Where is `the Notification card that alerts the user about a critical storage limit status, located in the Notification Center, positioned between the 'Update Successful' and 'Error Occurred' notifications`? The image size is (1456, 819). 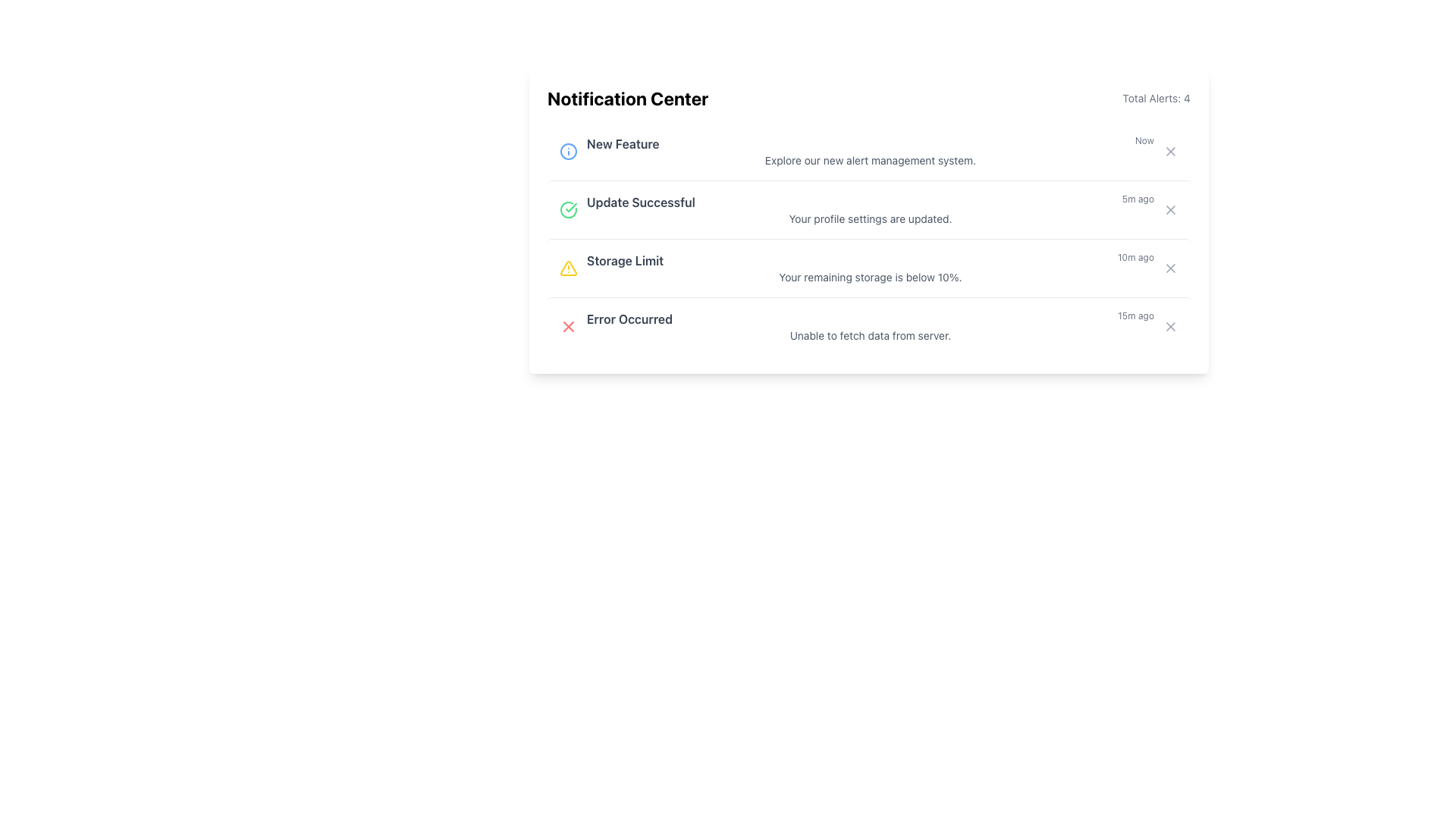 the Notification card that alerts the user about a critical storage limit status, located in the Notification Center, positioned between the 'Update Successful' and 'Error Occurred' notifications is located at coordinates (869, 267).